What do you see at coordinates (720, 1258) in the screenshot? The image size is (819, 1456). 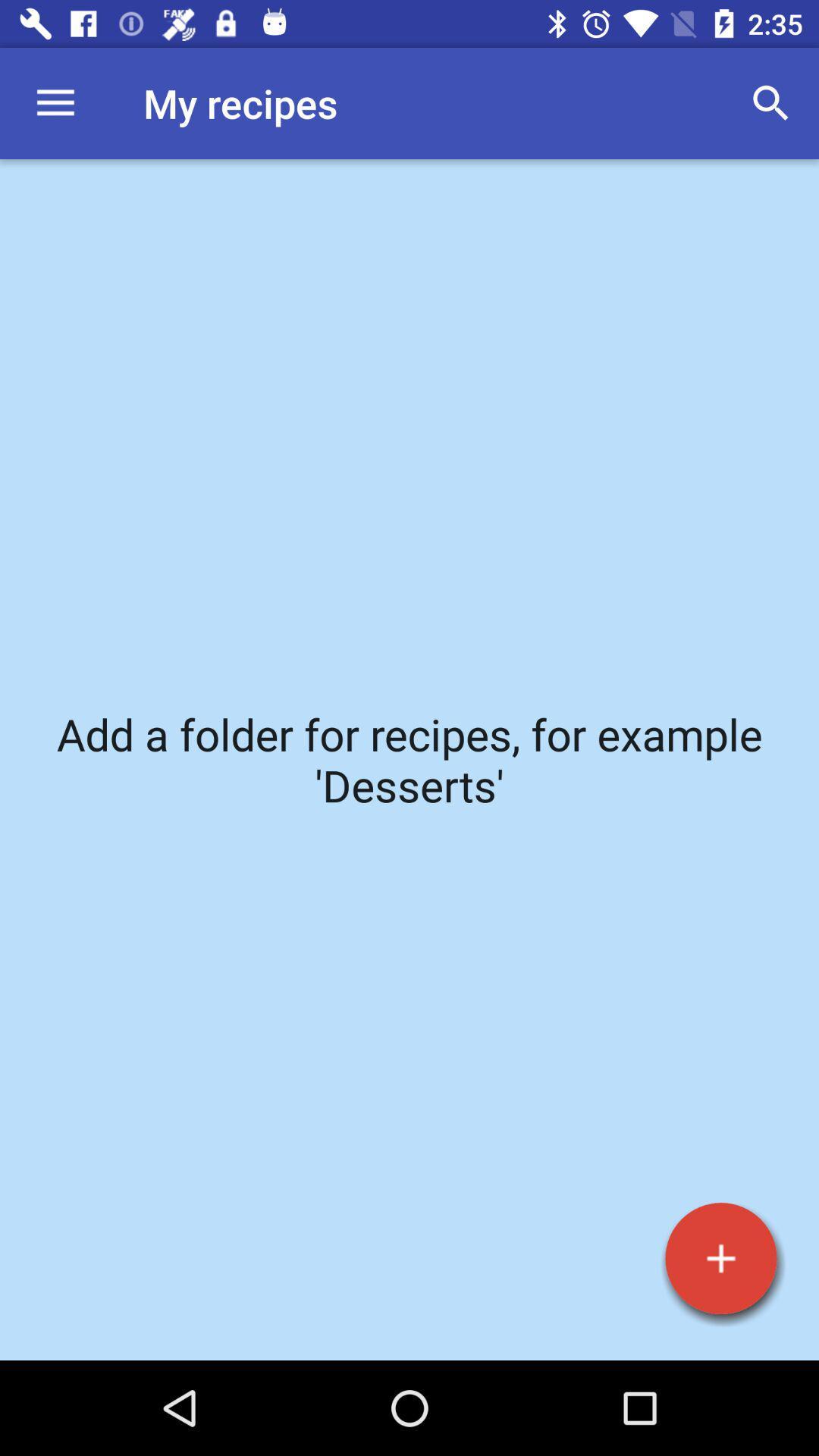 I see `the add icon` at bounding box center [720, 1258].